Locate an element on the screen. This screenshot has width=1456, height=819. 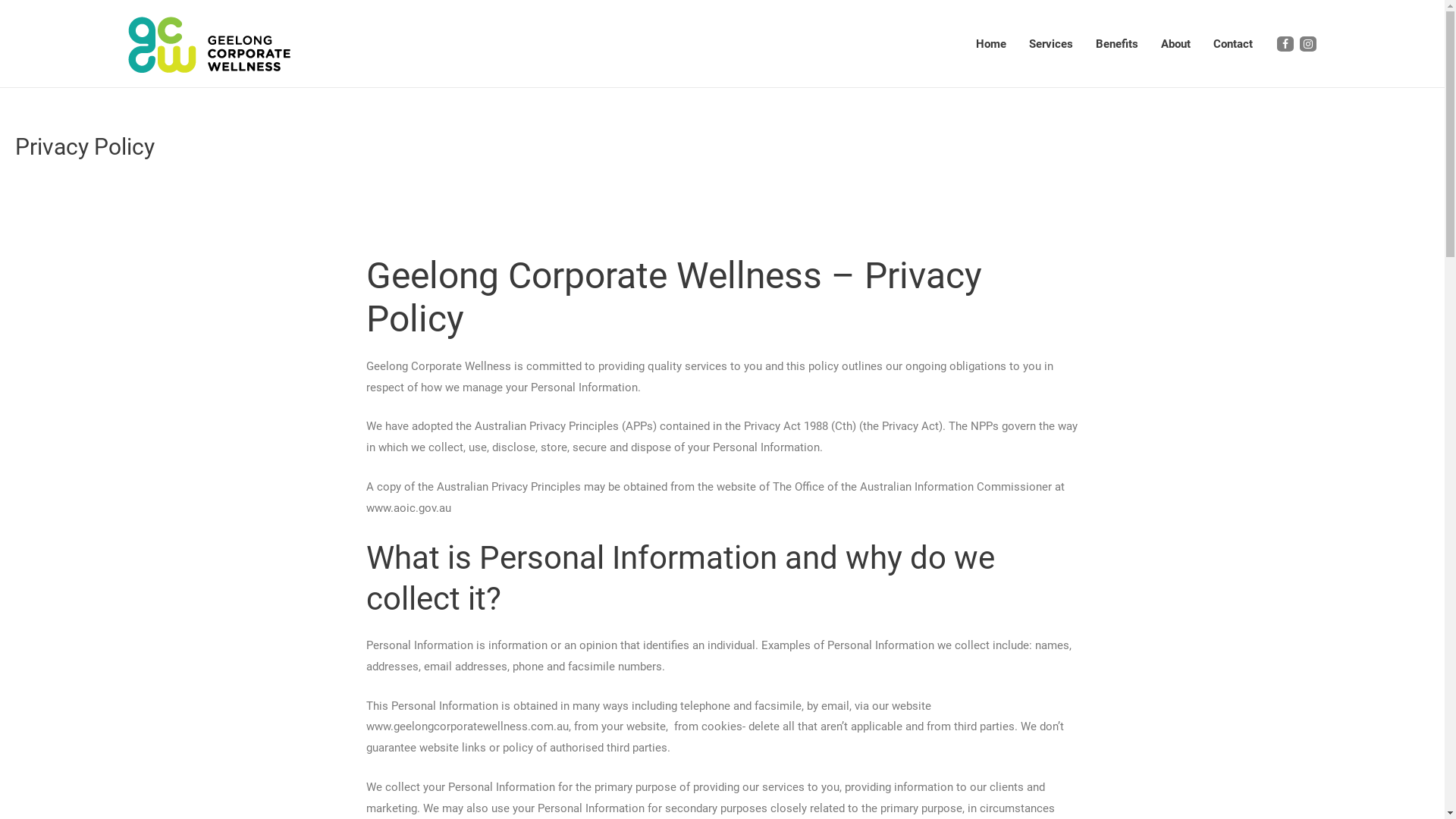
'Benefits' is located at coordinates (1117, 42).